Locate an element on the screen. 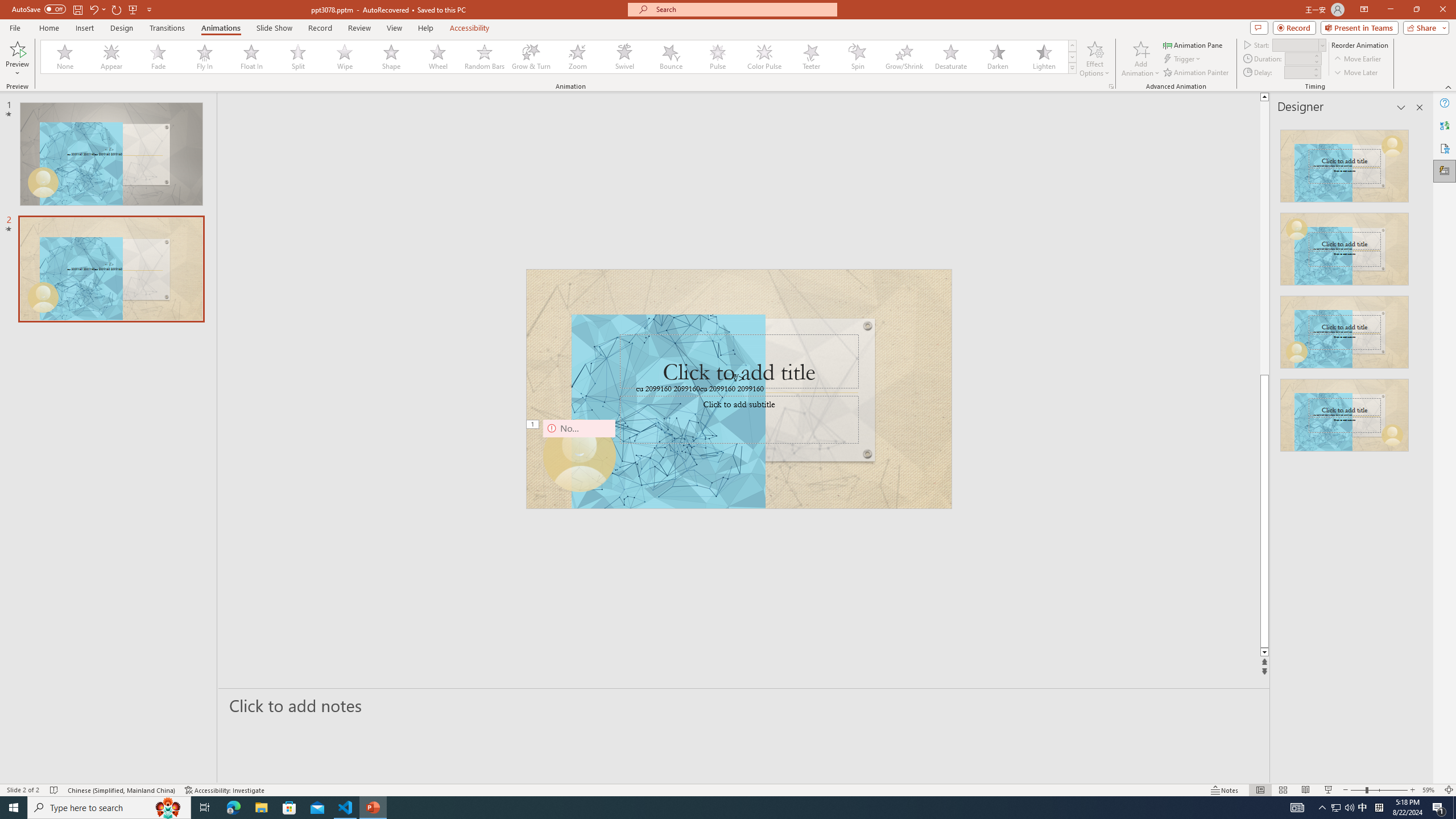  'Desaturate' is located at coordinates (950, 56).